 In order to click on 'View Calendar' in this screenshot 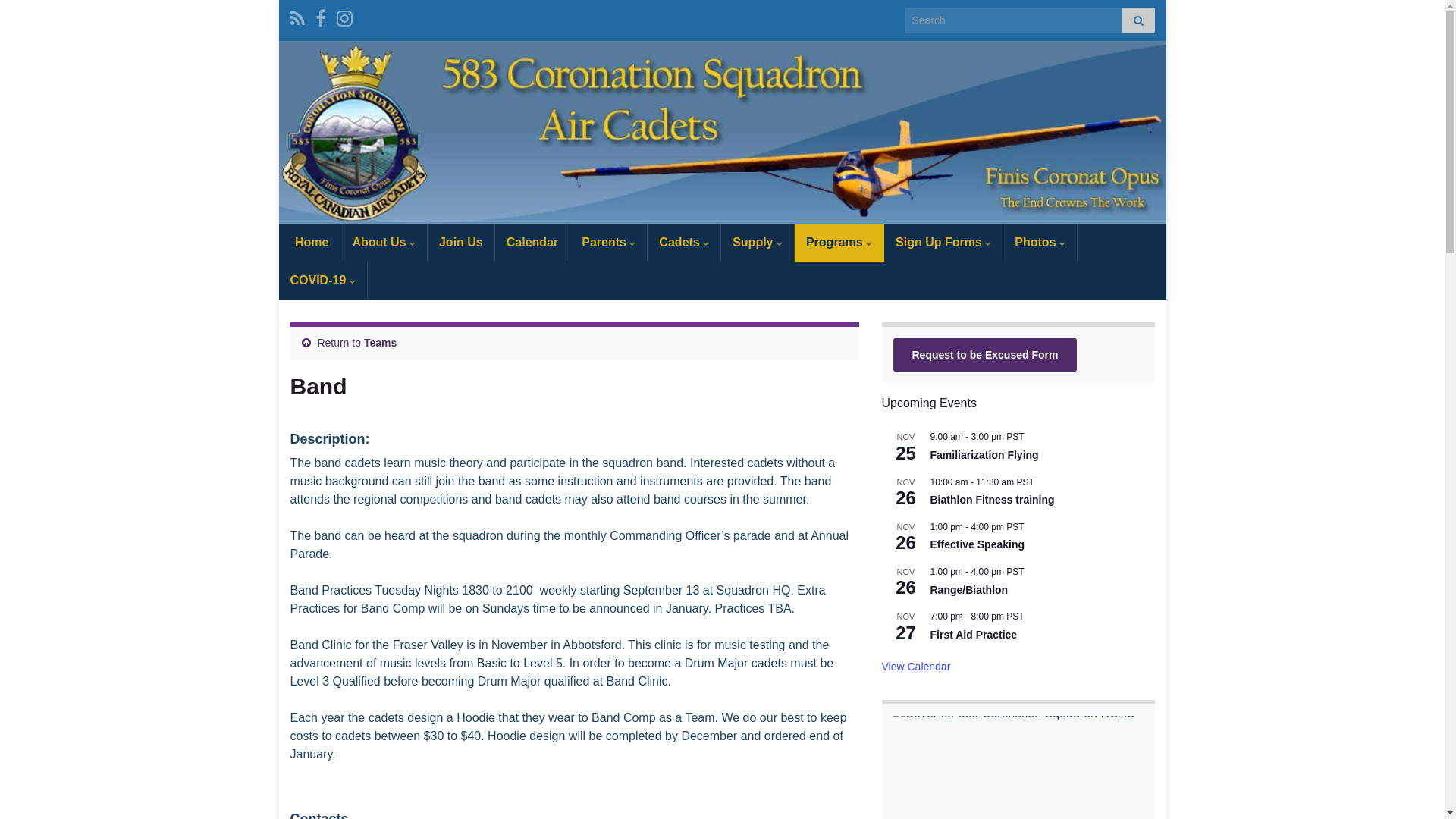, I will do `click(915, 666)`.